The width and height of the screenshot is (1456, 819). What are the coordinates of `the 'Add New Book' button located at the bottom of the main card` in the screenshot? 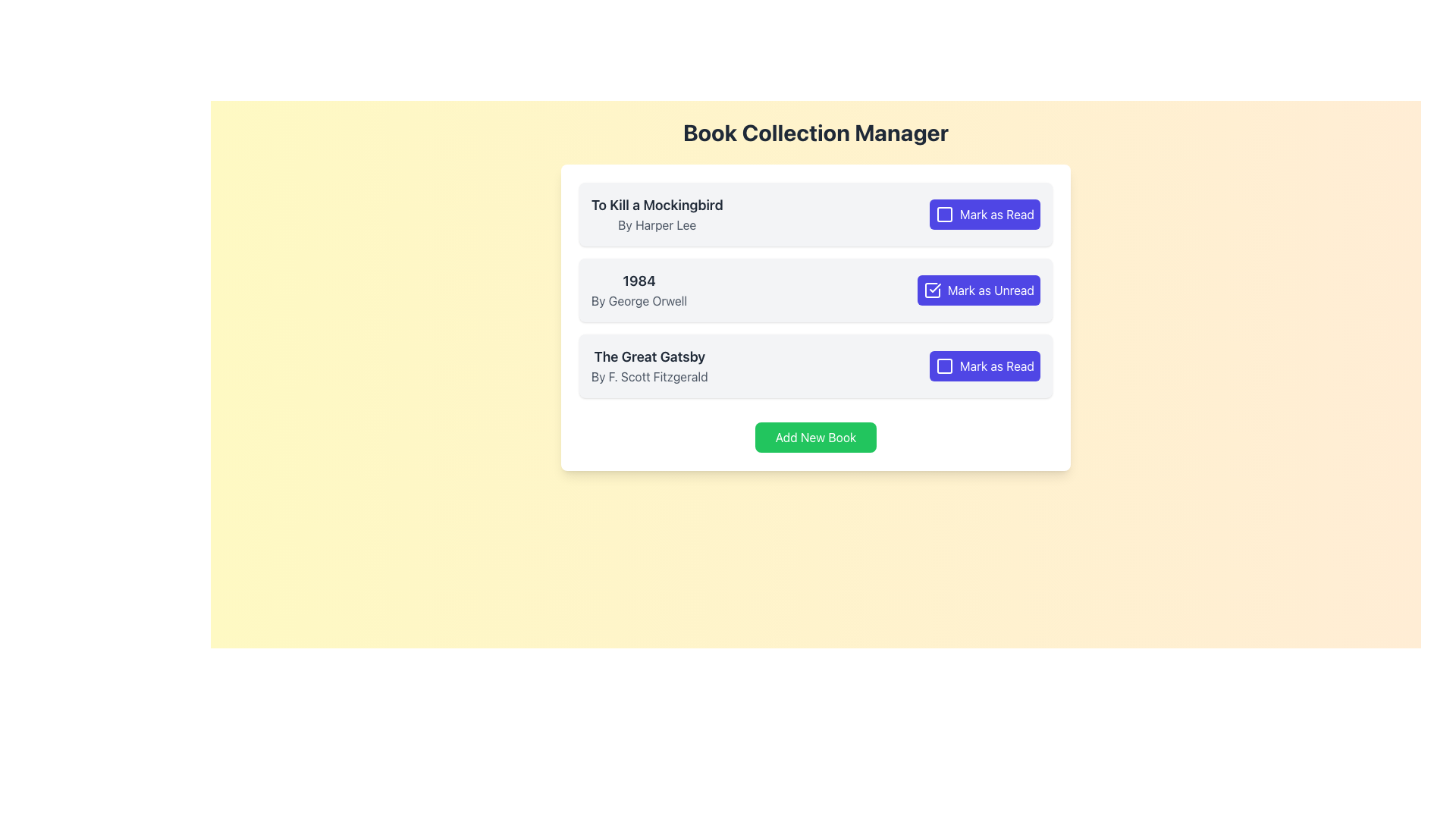 It's located at (814, 438).